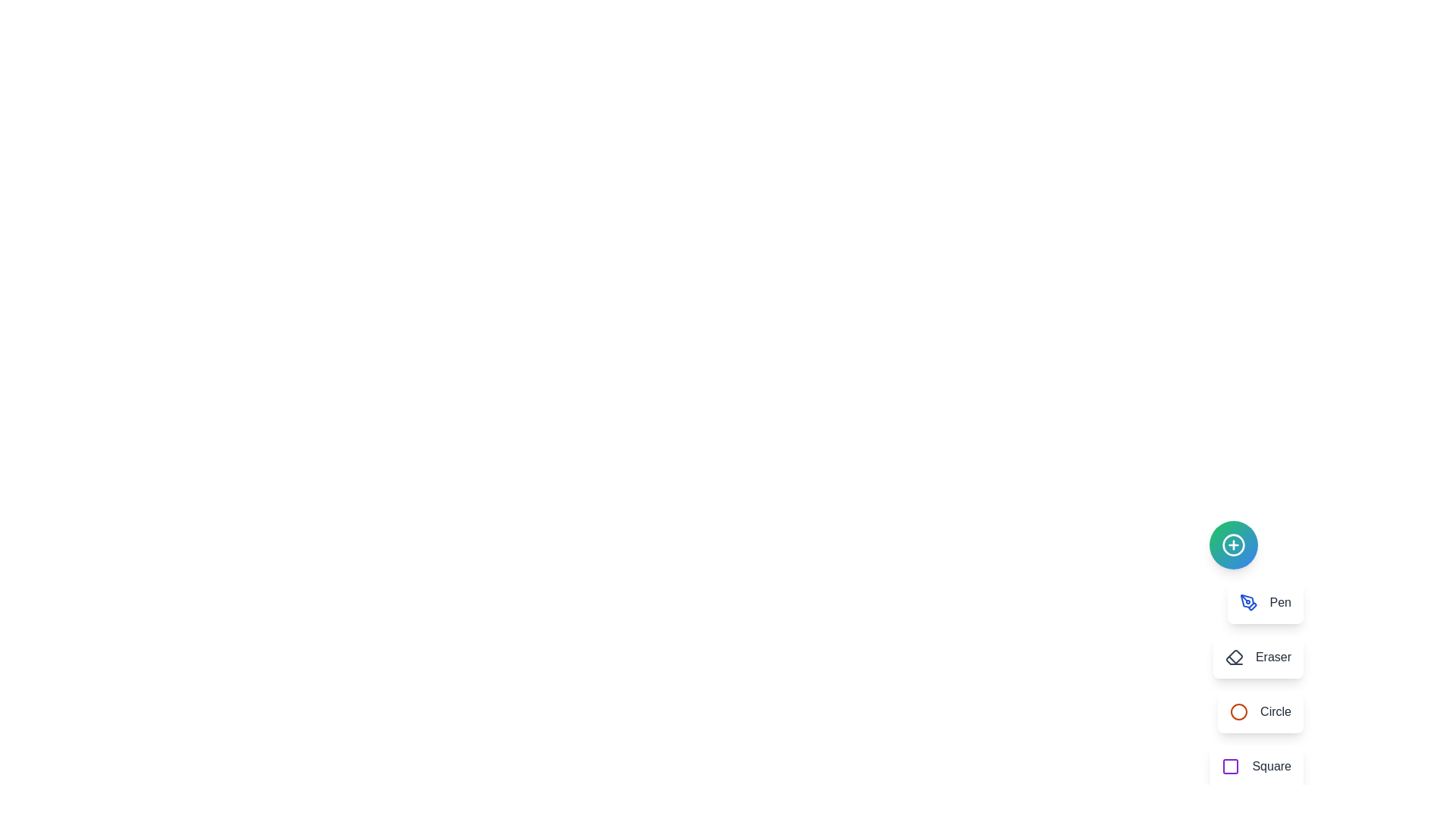 The height and width of the screenshot is (819, 1456). I want to click on the tool menu item labeled Circle to see its animation, so click(1260, 711).